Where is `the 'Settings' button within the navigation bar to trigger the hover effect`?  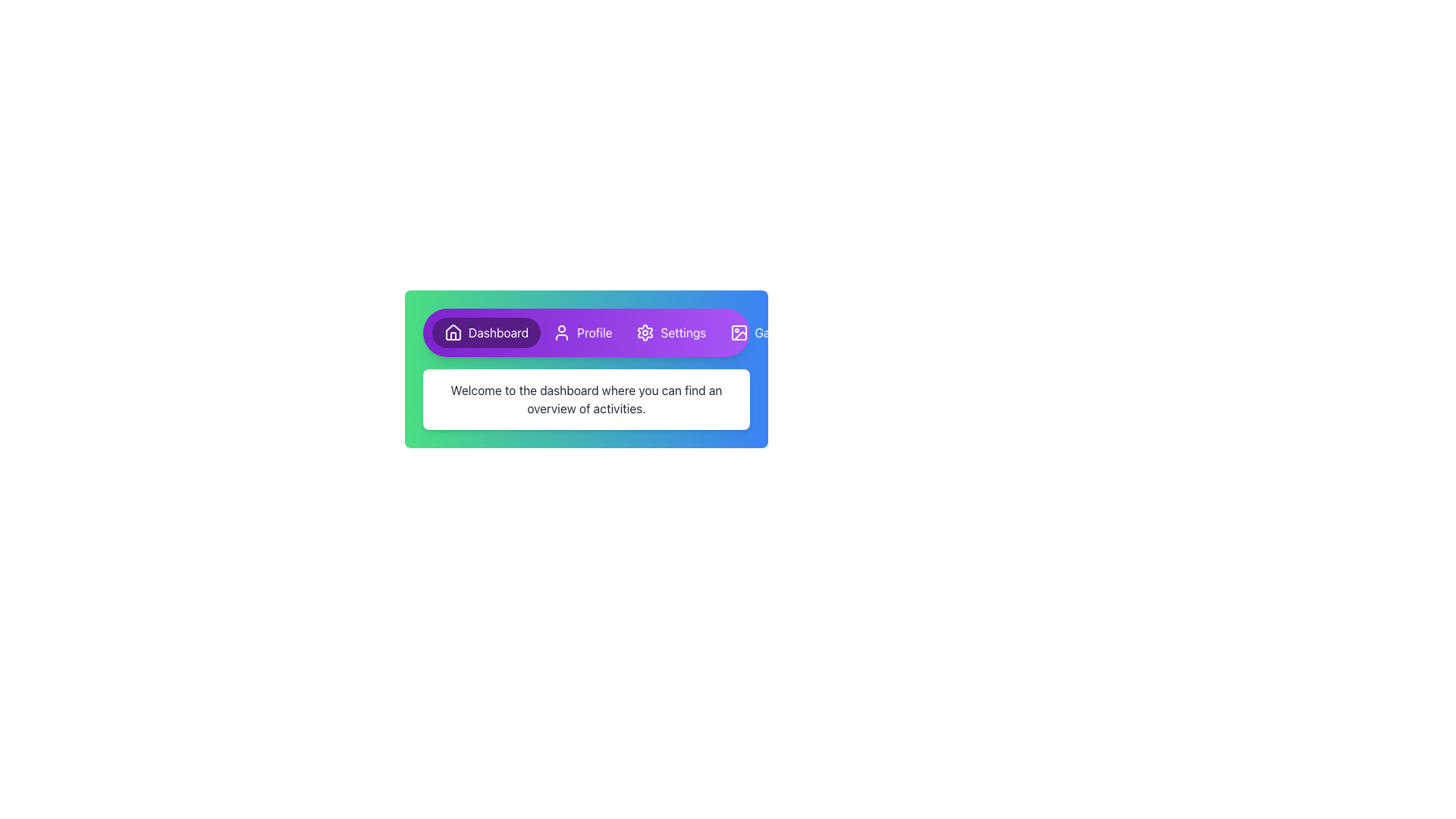
the 'Settings' button within the navigation bar to trigger the hover effect is located at coordinates (670, 332).